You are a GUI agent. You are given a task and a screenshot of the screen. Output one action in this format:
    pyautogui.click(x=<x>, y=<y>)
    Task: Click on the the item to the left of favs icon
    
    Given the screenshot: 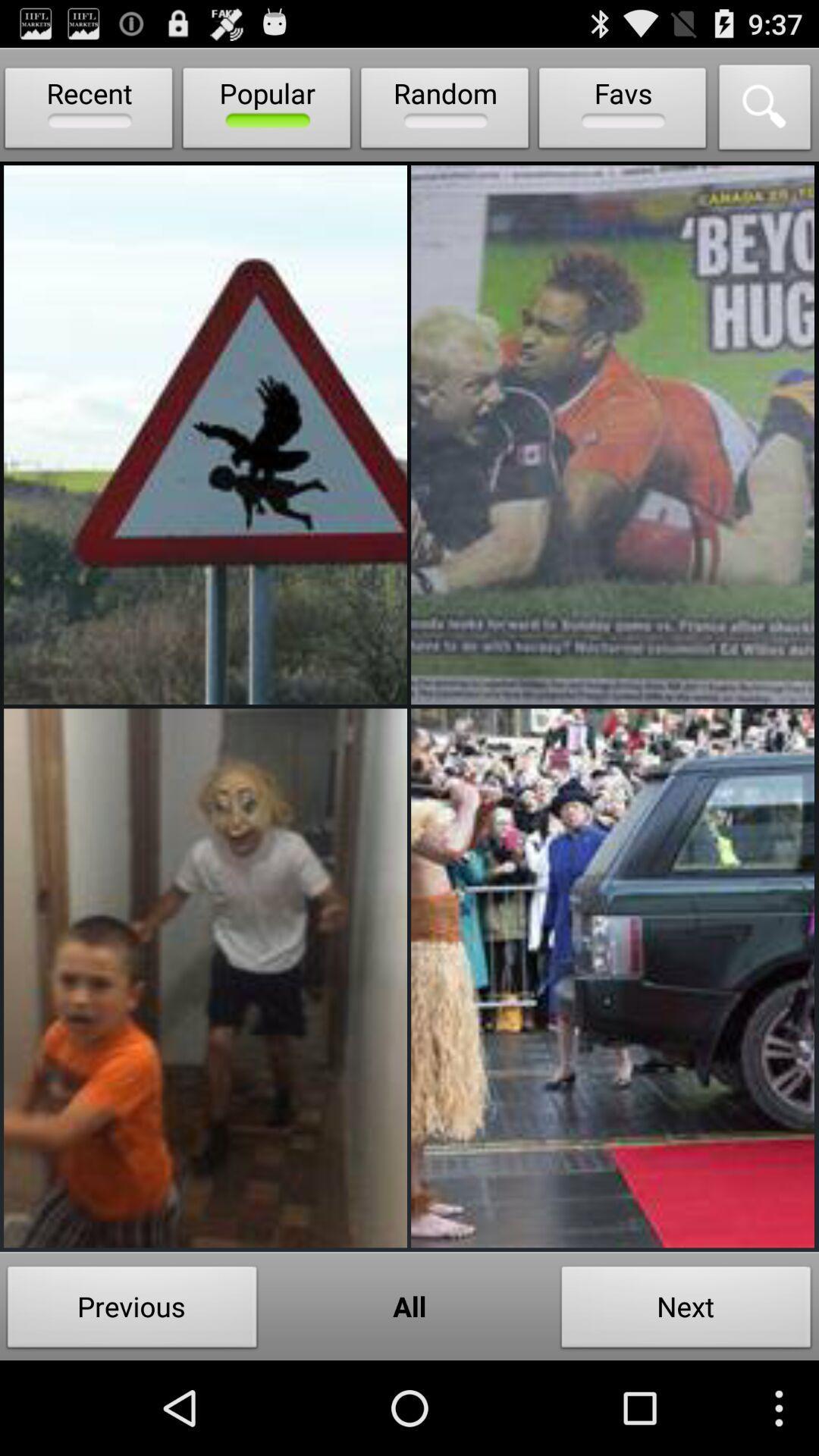 What is the action you would take?
    pyautogui.click(x=444, y=111)
    